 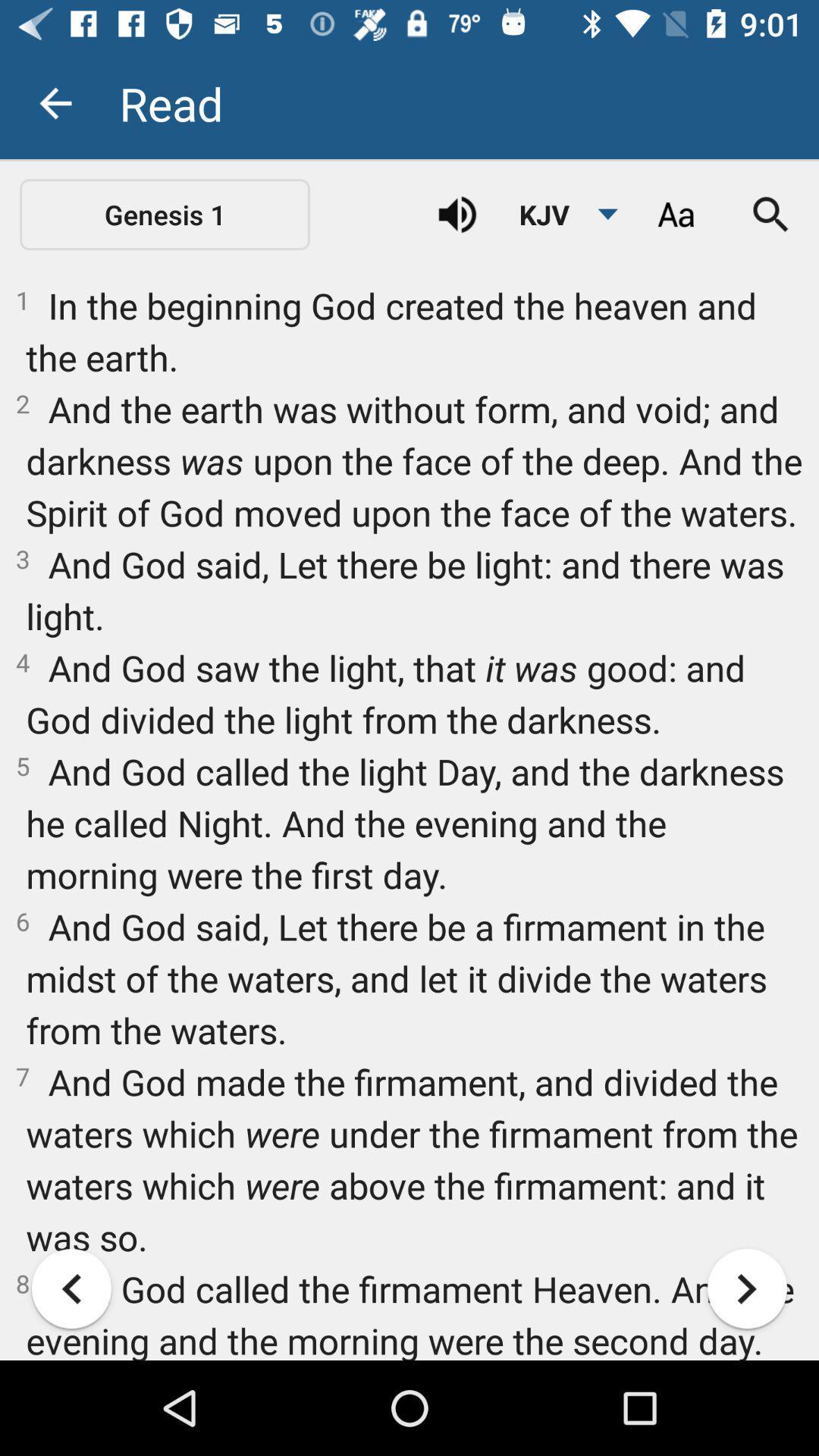 I want to click on the genesis 1 icon, so click(x=165, y=214).